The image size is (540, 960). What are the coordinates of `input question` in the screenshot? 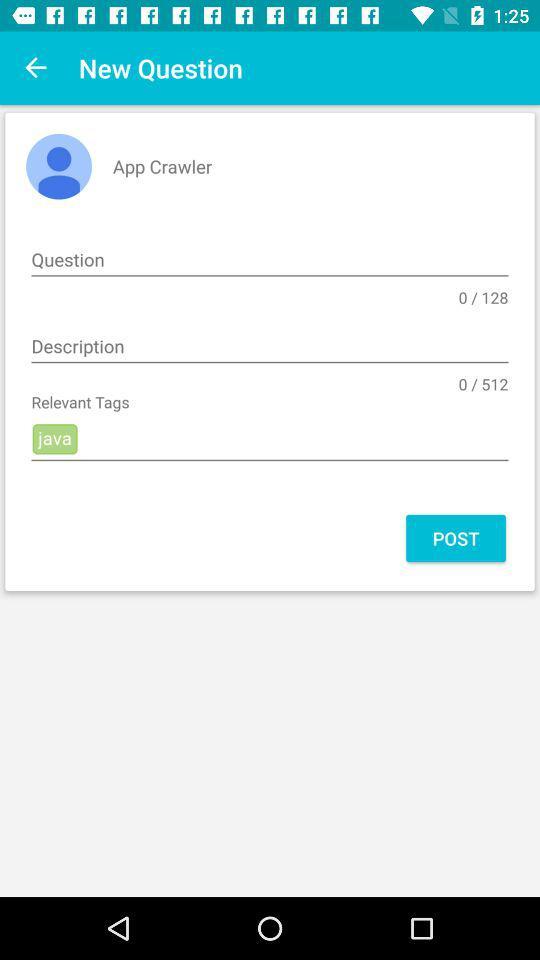 It's located at (270, 259).